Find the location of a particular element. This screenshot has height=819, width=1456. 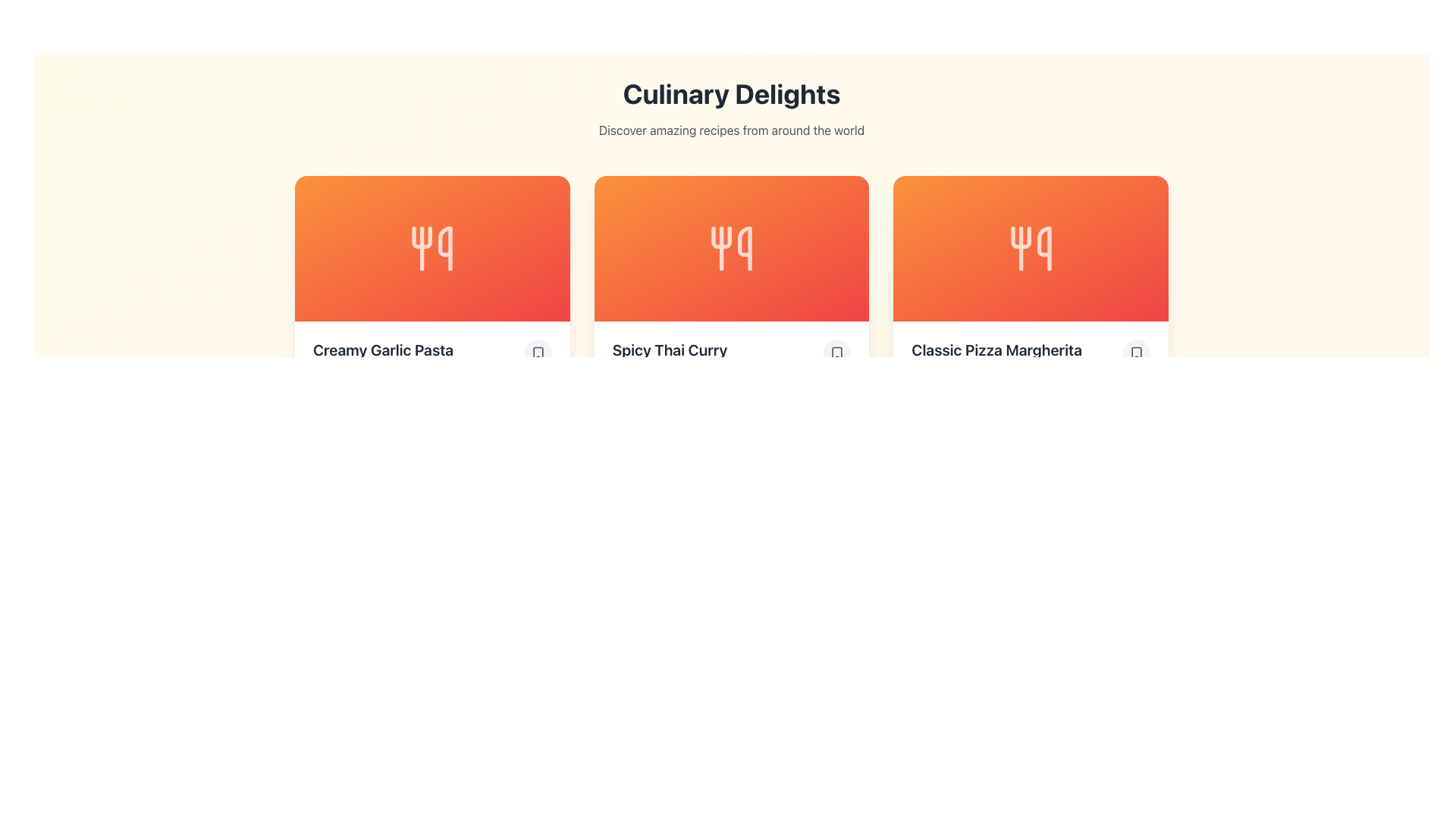

the SVG icon representing the food category within the 'Creamy Garlic Pasta' card, which has an orange-to-red gradient background is located at coordinates (431, 247).